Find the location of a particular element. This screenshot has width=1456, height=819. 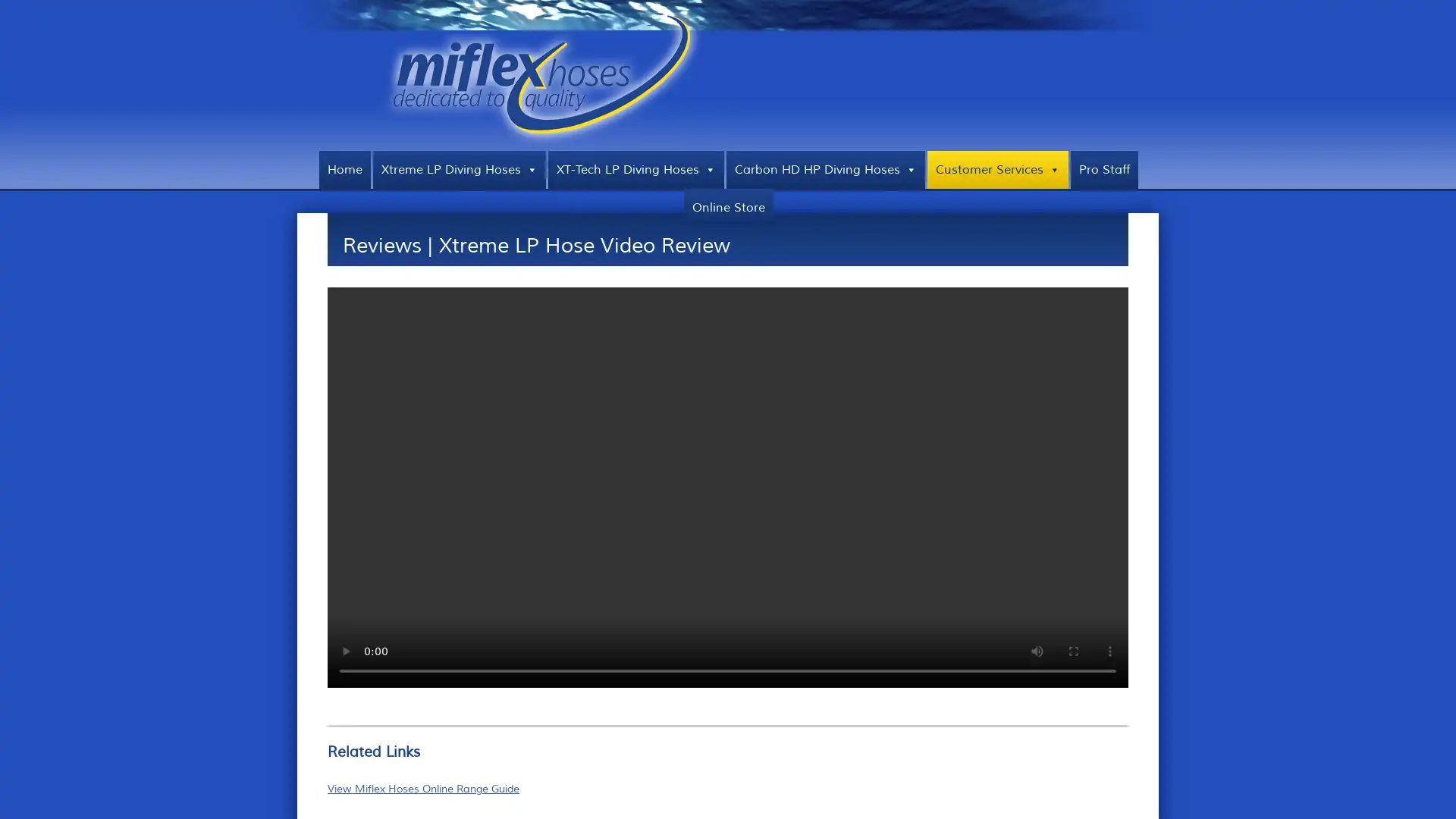

show more media controls is located at coordinates (1110, 649).